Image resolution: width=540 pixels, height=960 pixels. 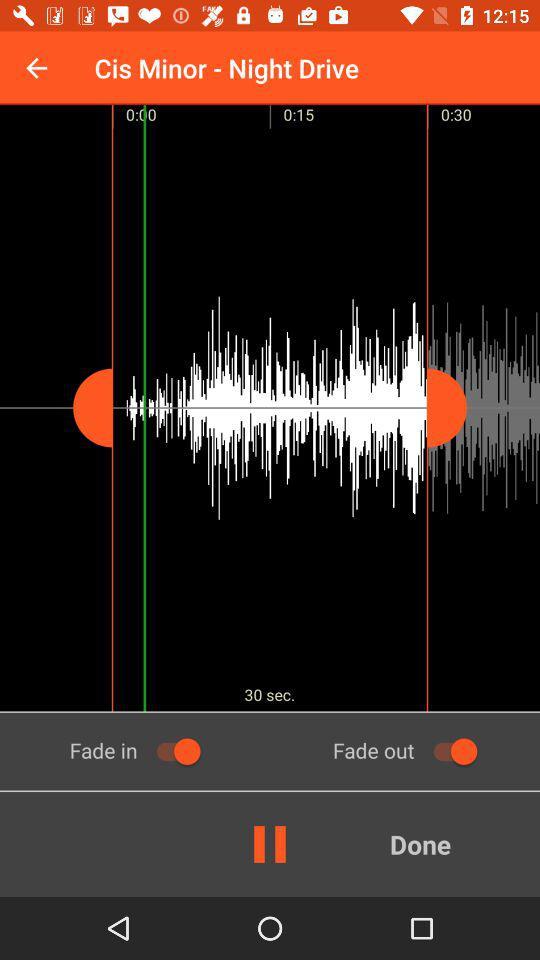 I want to click on go back, so click(x=36, y=68).